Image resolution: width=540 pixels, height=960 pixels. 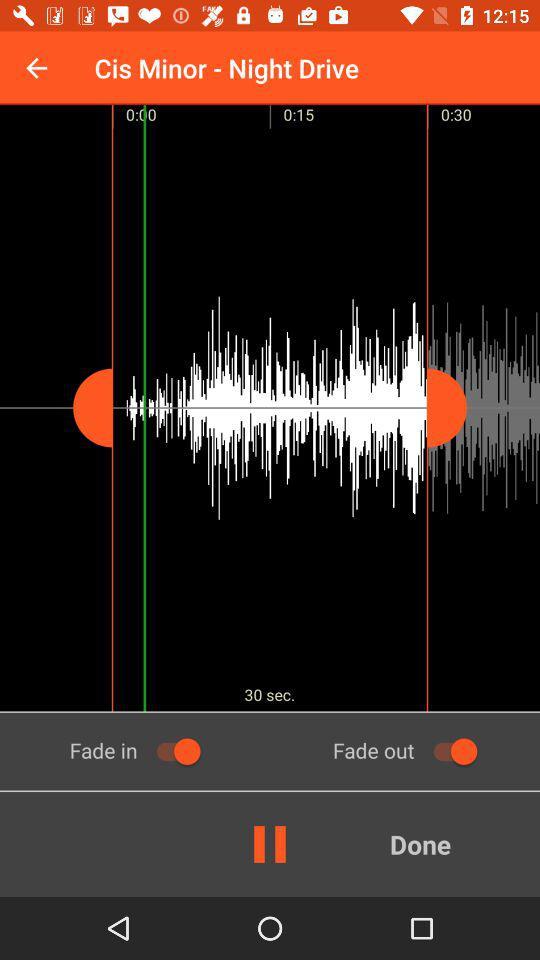 I want to click on go back, so click(x=36, y=68).